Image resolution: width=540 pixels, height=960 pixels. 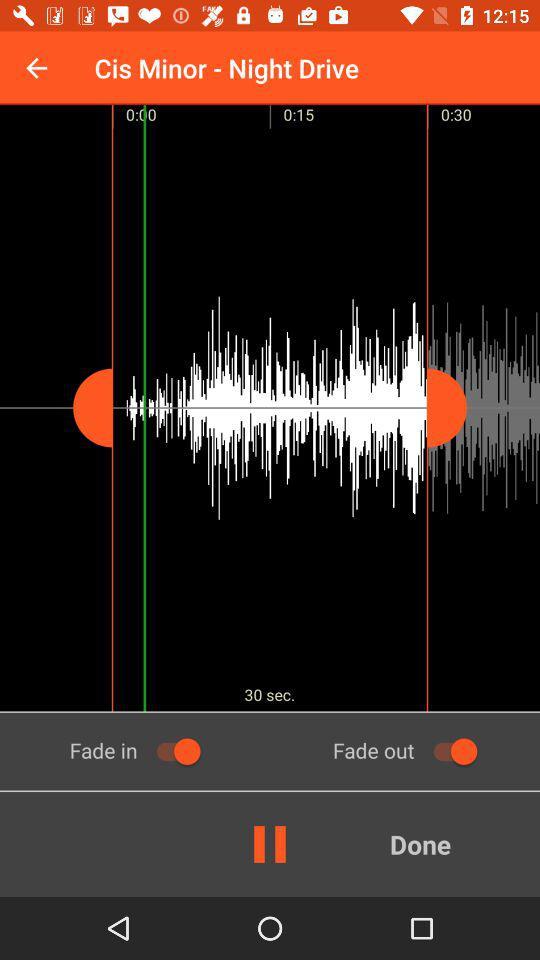 I want to click on go back, so click(x=36, y=68).